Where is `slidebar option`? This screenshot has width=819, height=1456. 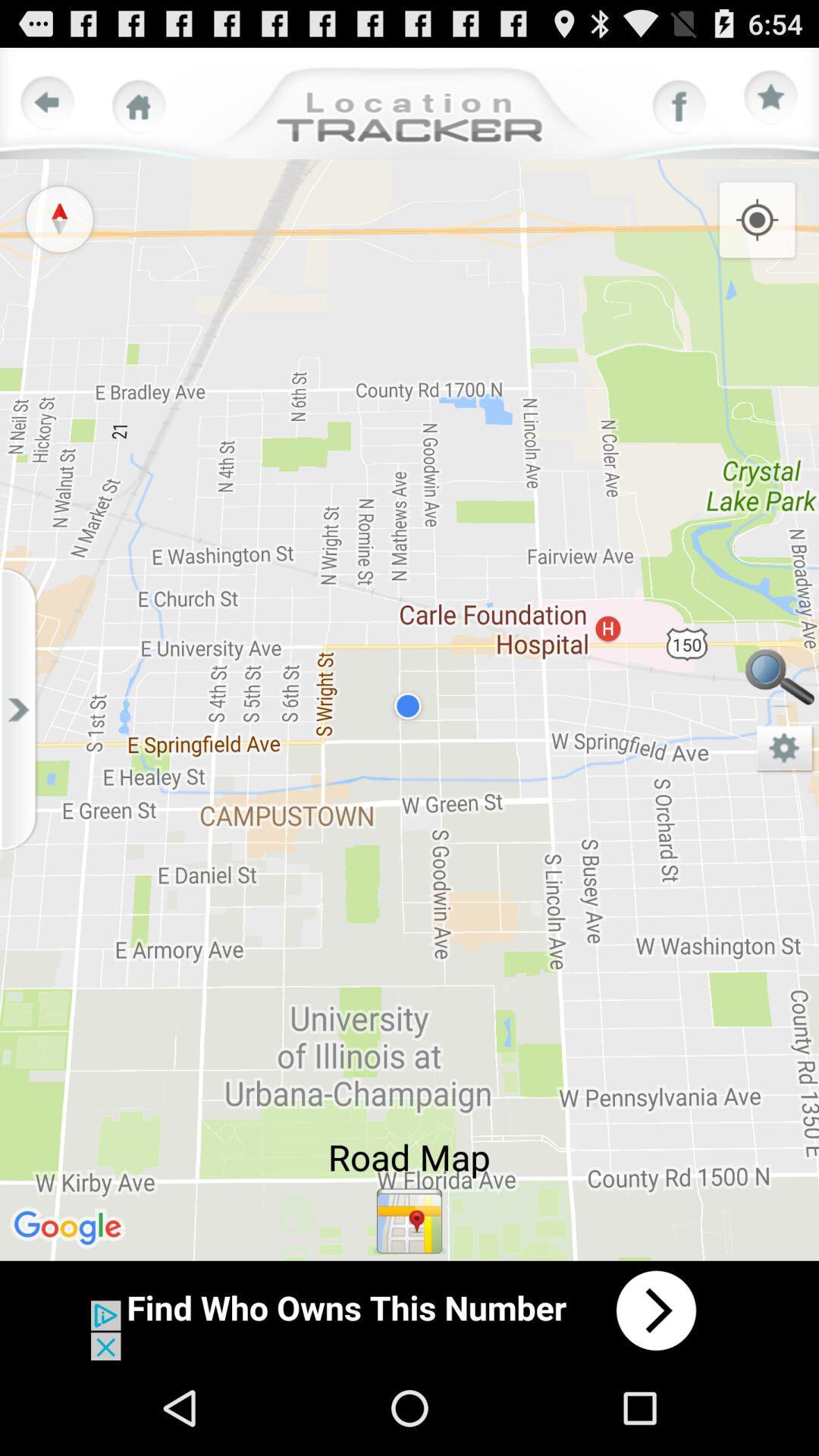 slidebar option is located at coordinates (23, 709).